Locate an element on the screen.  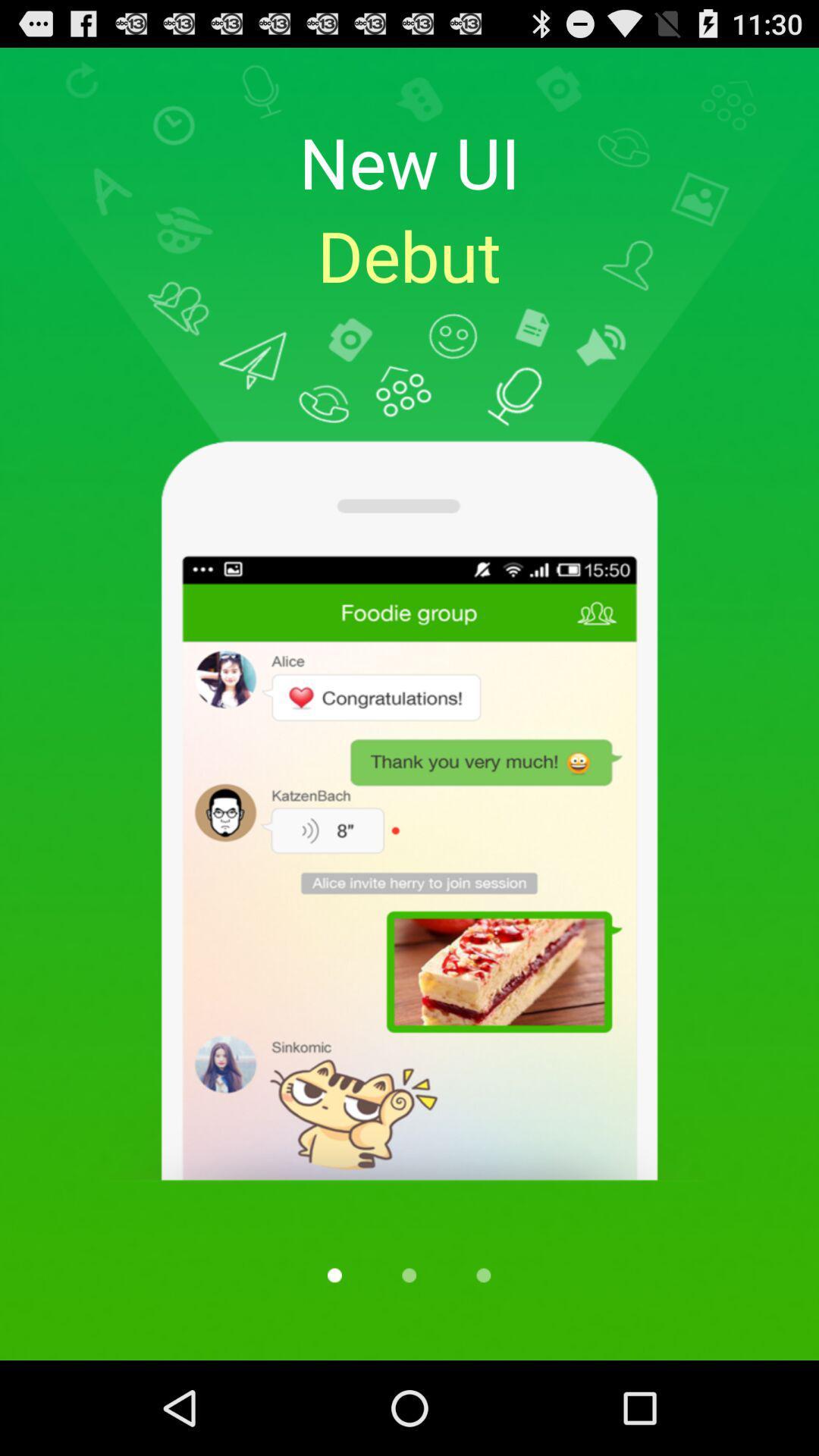
next is located at coordinates (483, 1274).